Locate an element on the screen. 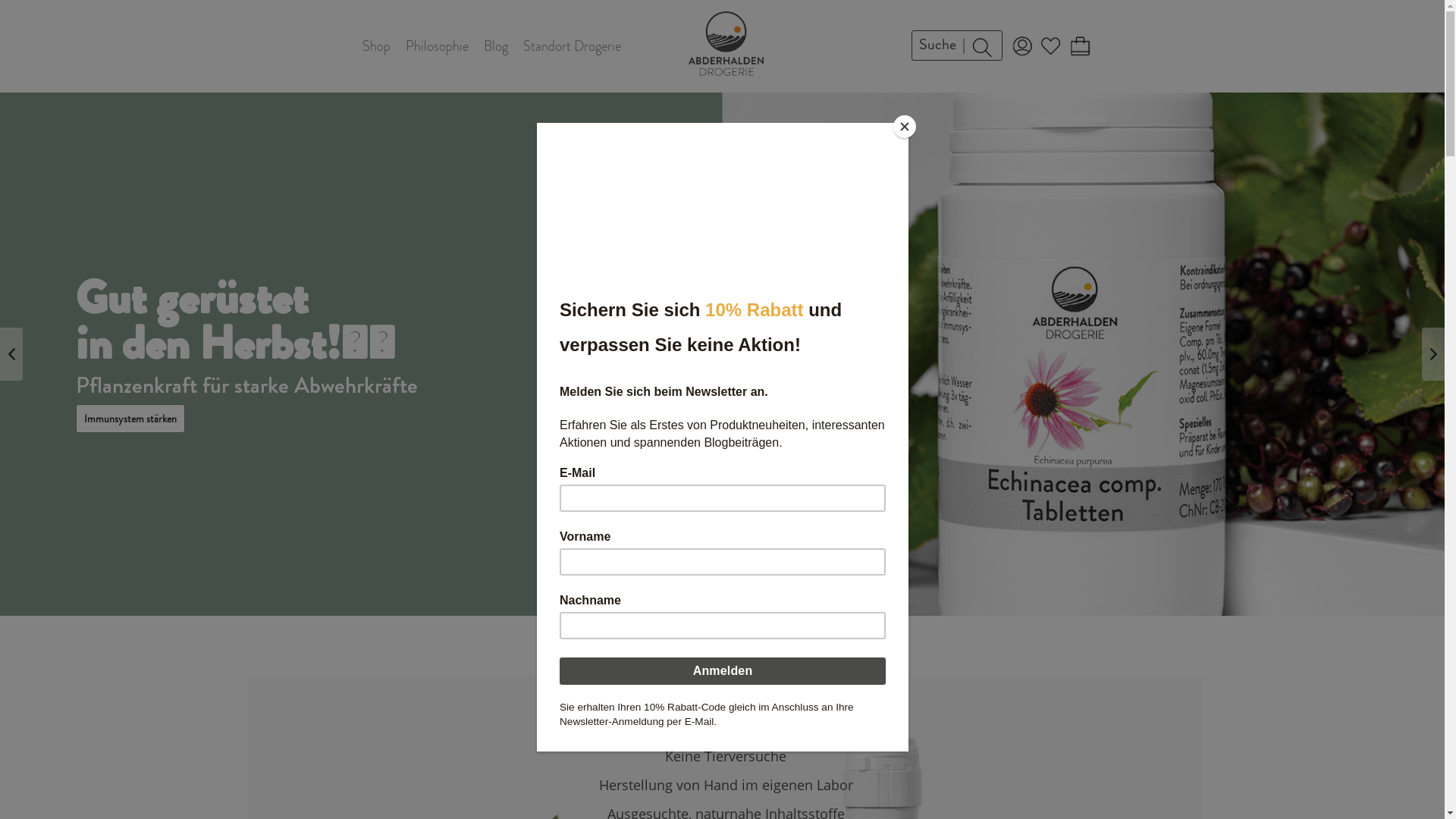 This screenshot has height=819, width=1456. 'Abderhalden Drogerie AG - zur Startseite wechseln' is located at coordinates (724, 42).